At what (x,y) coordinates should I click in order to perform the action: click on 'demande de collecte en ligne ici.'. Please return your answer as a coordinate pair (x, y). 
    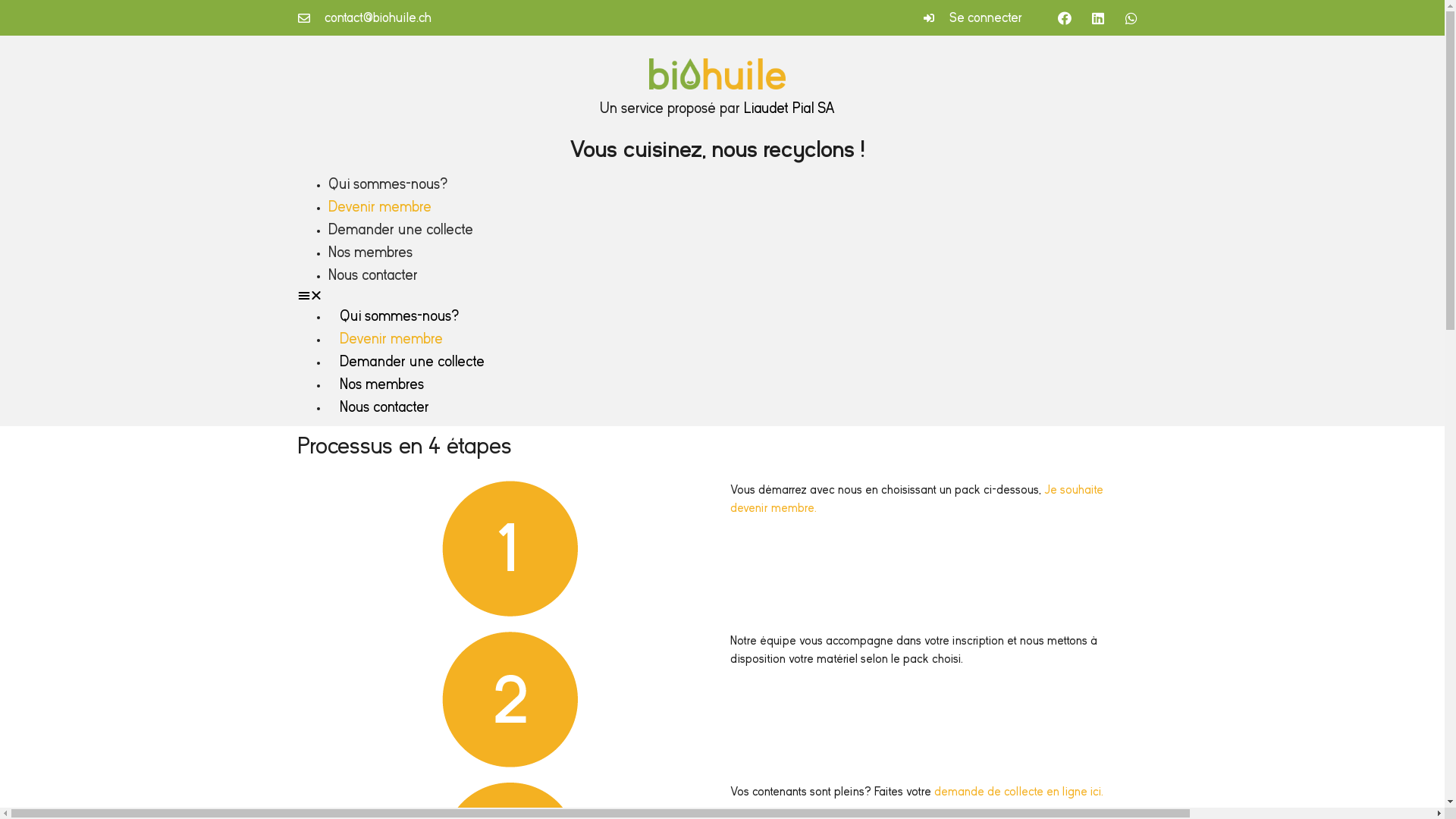
    Looking at the image, I should click on (1018, 791).